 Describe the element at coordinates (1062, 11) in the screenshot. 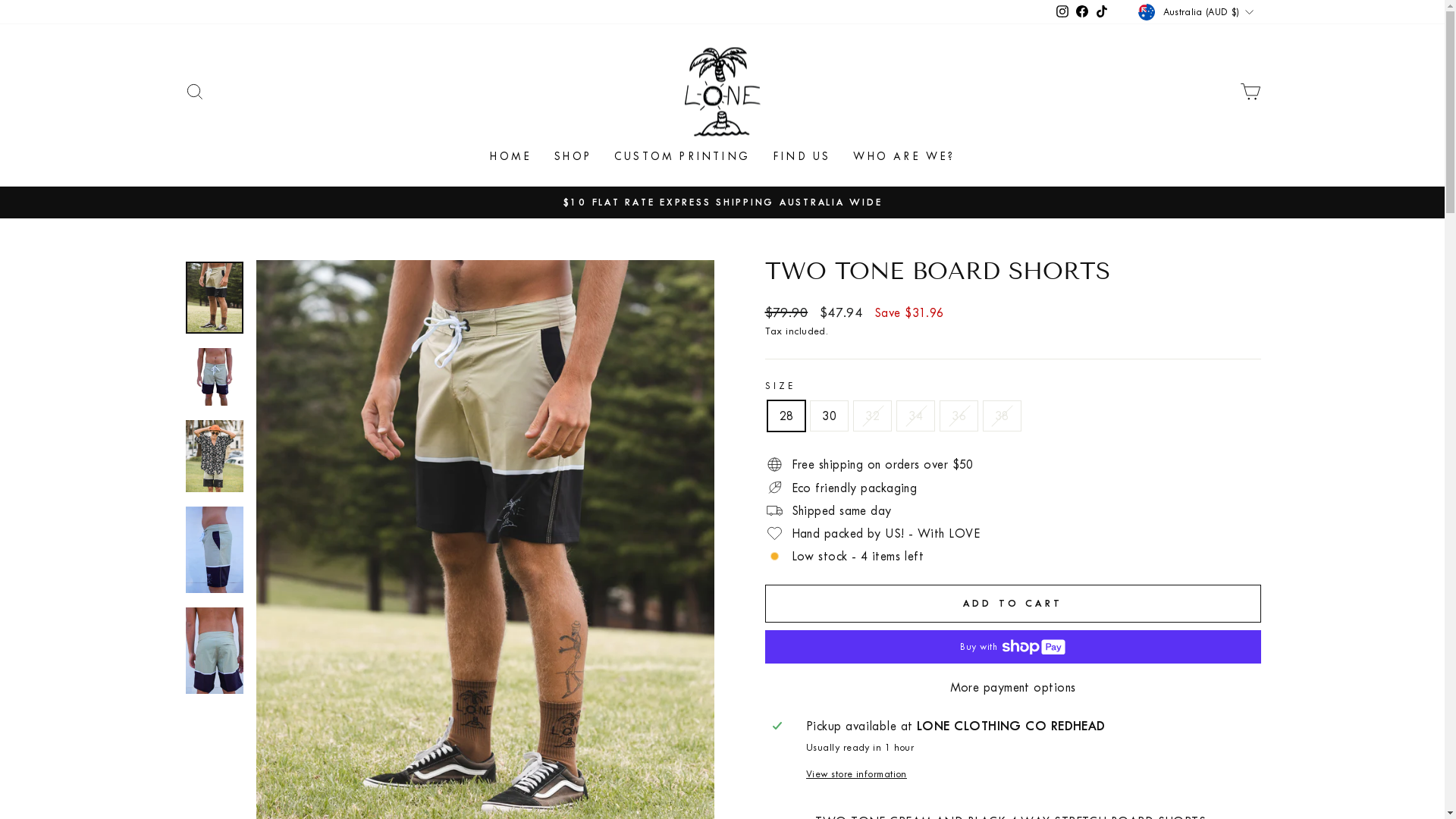

I see `'Instagram'` at that location.